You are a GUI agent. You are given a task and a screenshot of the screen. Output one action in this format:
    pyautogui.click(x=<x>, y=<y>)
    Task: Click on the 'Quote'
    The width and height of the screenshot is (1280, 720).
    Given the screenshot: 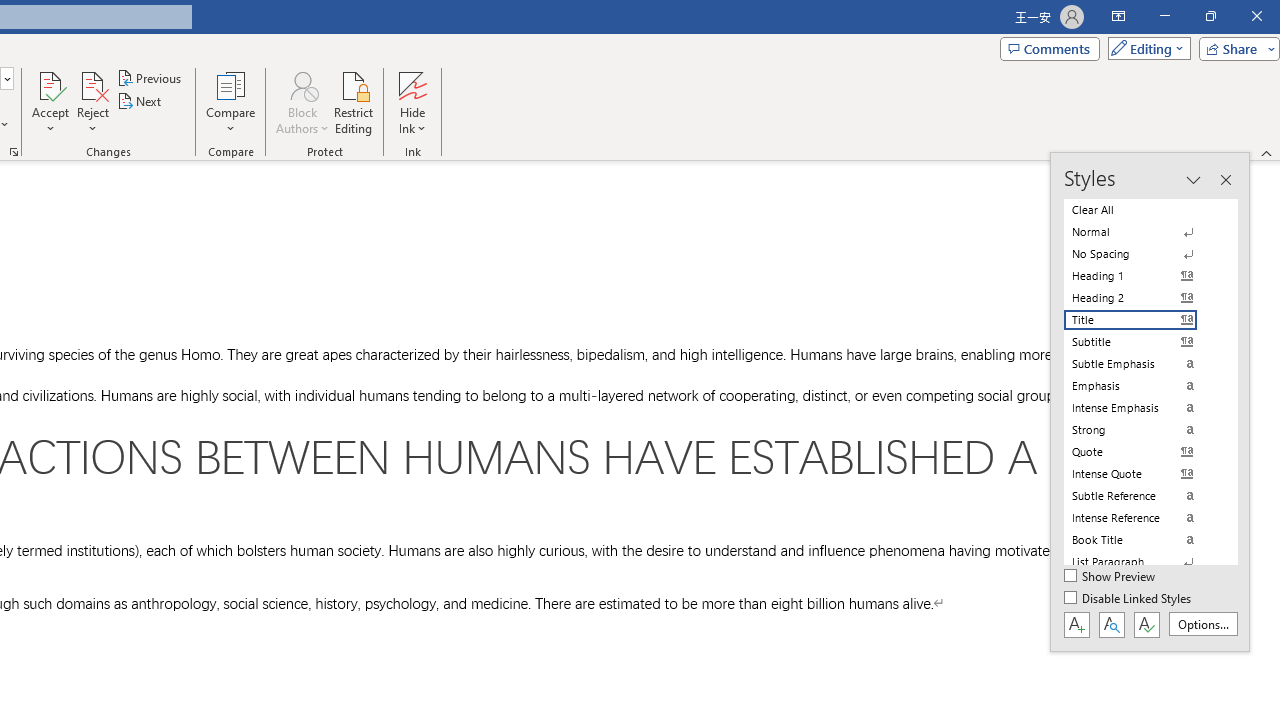 What is the action you would take?
    pyautogui.click(x=1142, y=451)
    